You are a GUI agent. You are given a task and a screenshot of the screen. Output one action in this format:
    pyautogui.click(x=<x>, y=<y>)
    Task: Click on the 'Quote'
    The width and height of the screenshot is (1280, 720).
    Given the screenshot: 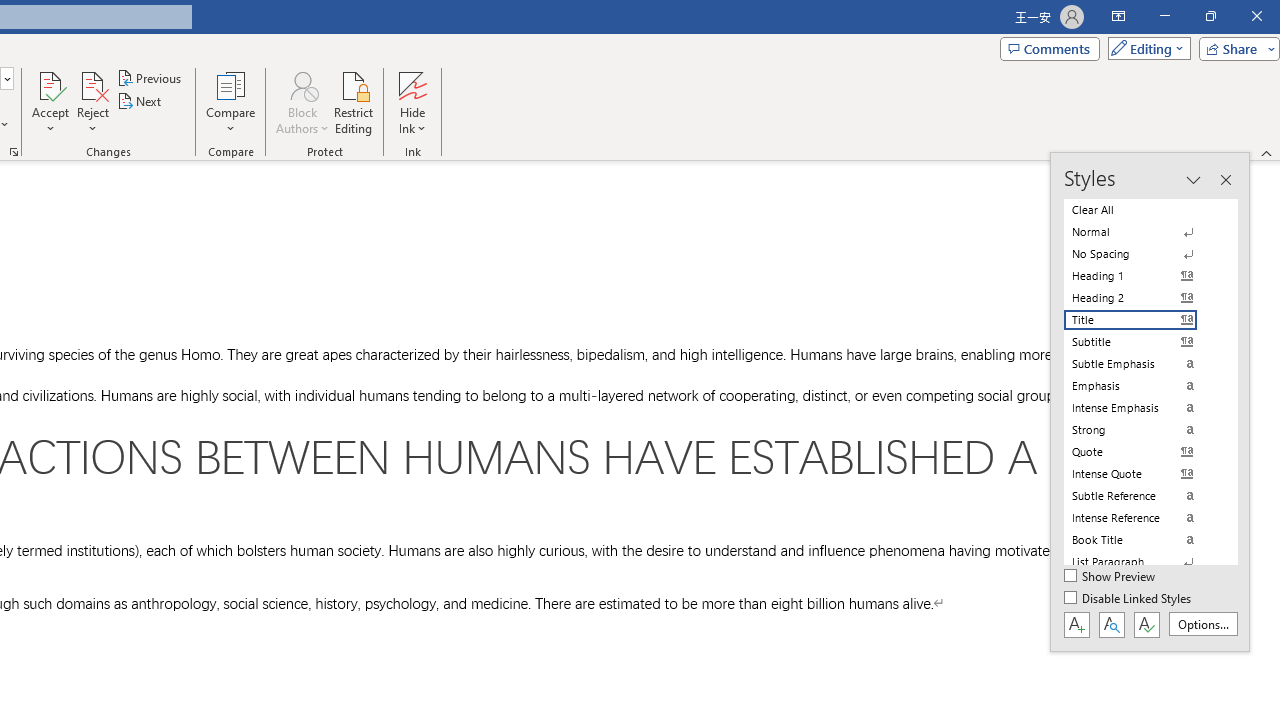 What is the action you would take?
    pyautogui.click(x=1142, y=451)
    